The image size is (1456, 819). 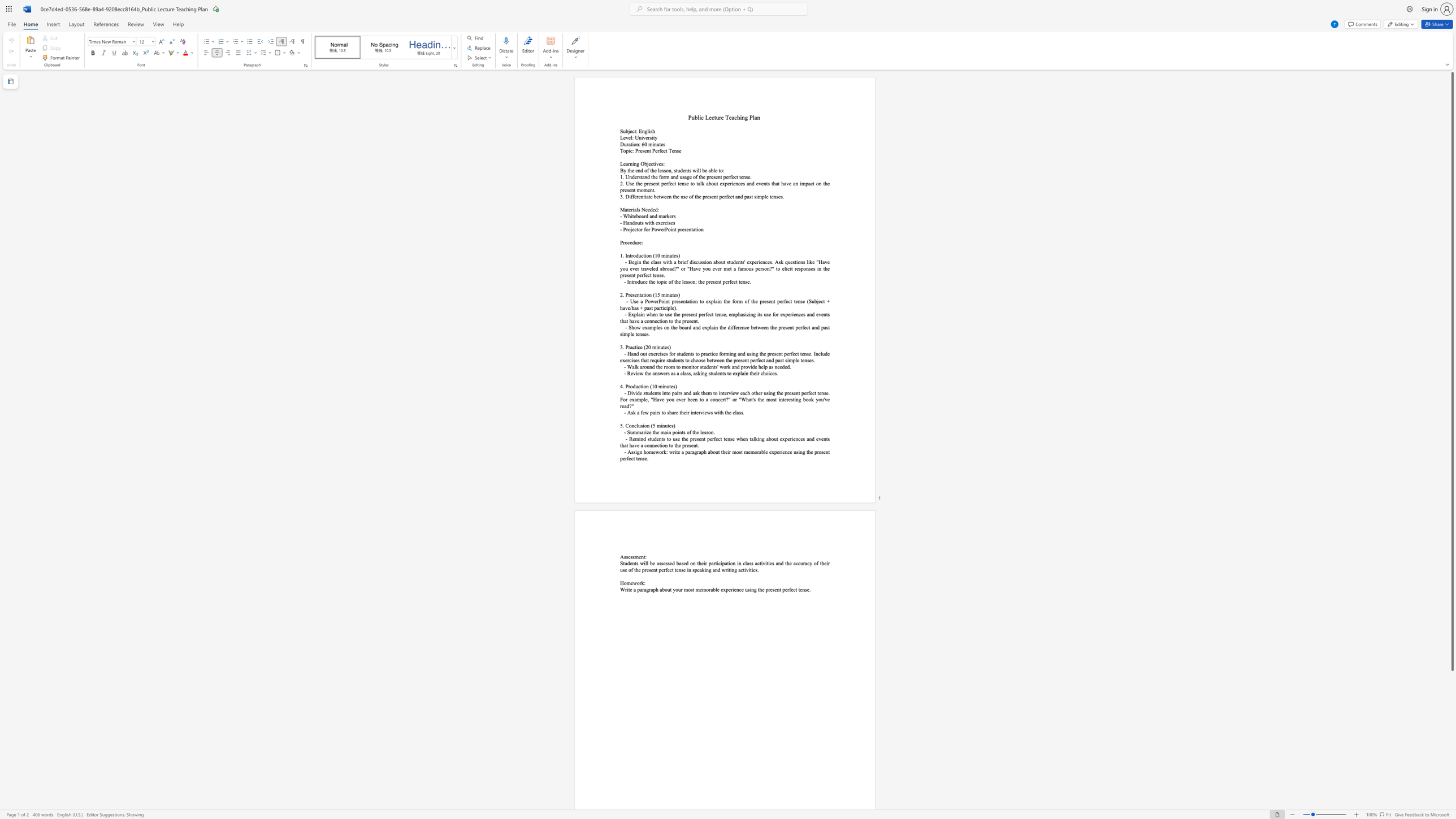 What do you see at coordinates (676, 366) in the screenshot?
I see `the subset text "to" within the text "- Walk around the room to"` at bounding box center [676, 366].